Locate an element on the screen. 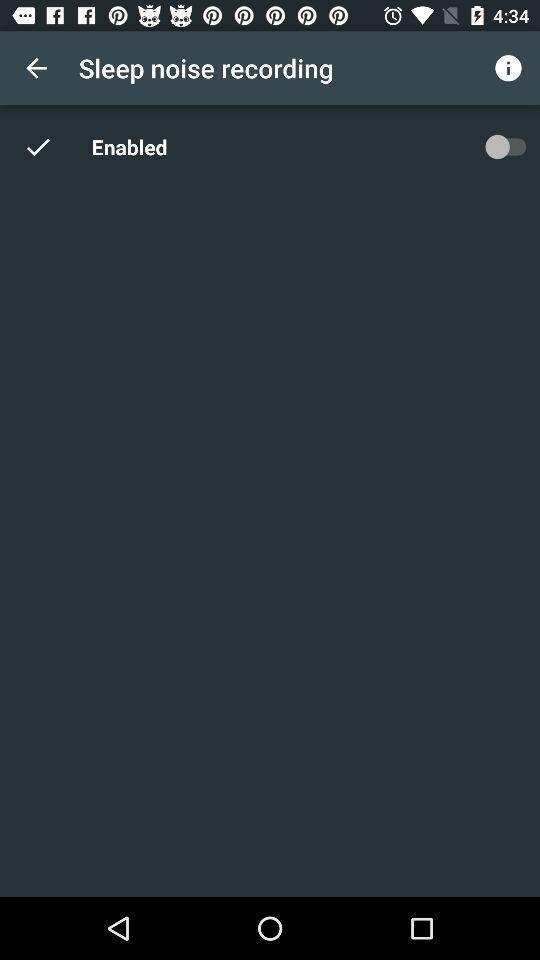  icon next to sleep noise recording is located at coordinates (508, 68).